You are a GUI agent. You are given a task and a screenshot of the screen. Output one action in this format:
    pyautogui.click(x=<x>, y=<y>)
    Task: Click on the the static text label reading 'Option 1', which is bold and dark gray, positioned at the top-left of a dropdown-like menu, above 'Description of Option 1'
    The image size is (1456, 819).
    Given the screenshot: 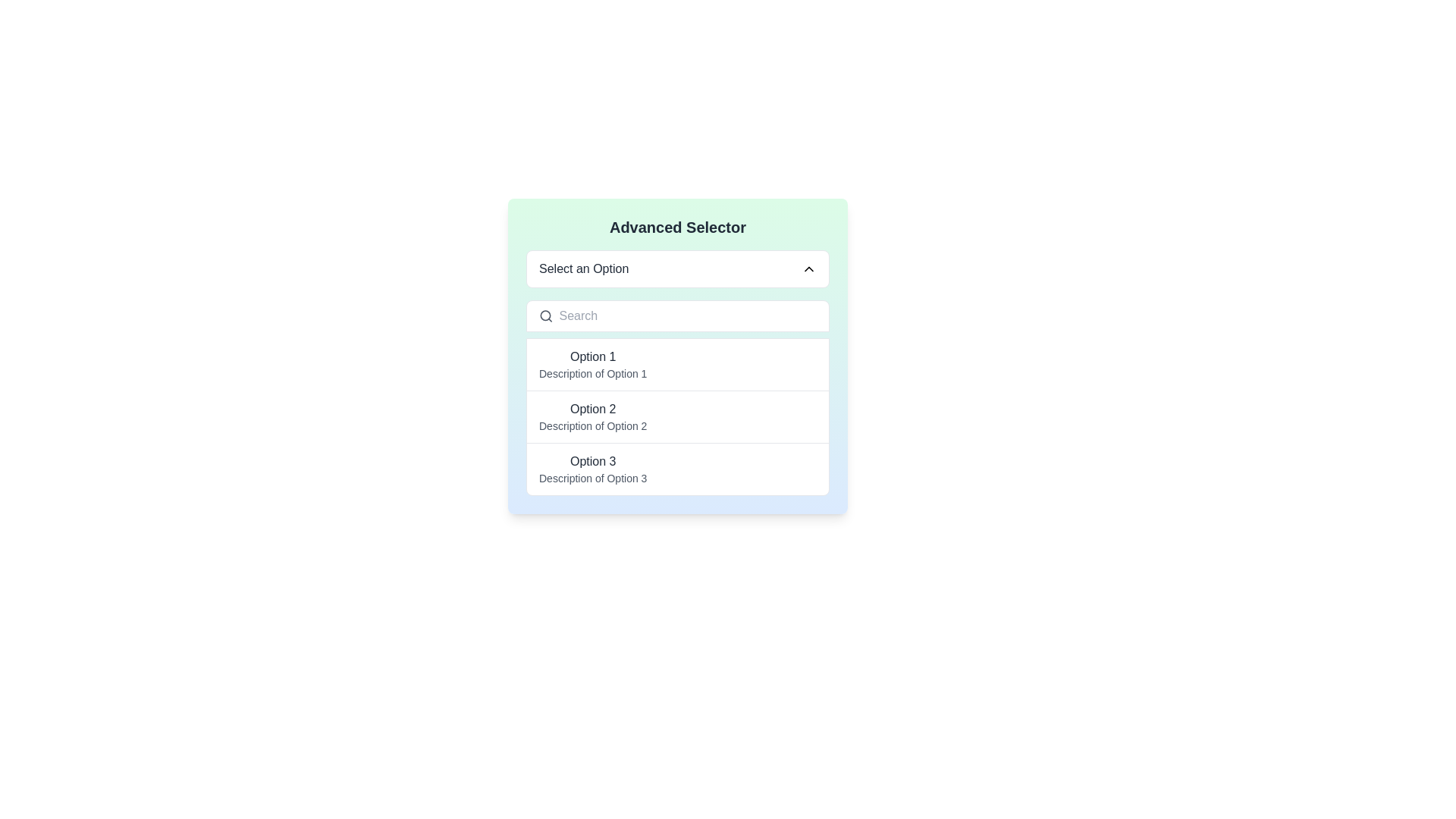 What is the action you would take?
    pyautogui.click(x=592, y=356)
    